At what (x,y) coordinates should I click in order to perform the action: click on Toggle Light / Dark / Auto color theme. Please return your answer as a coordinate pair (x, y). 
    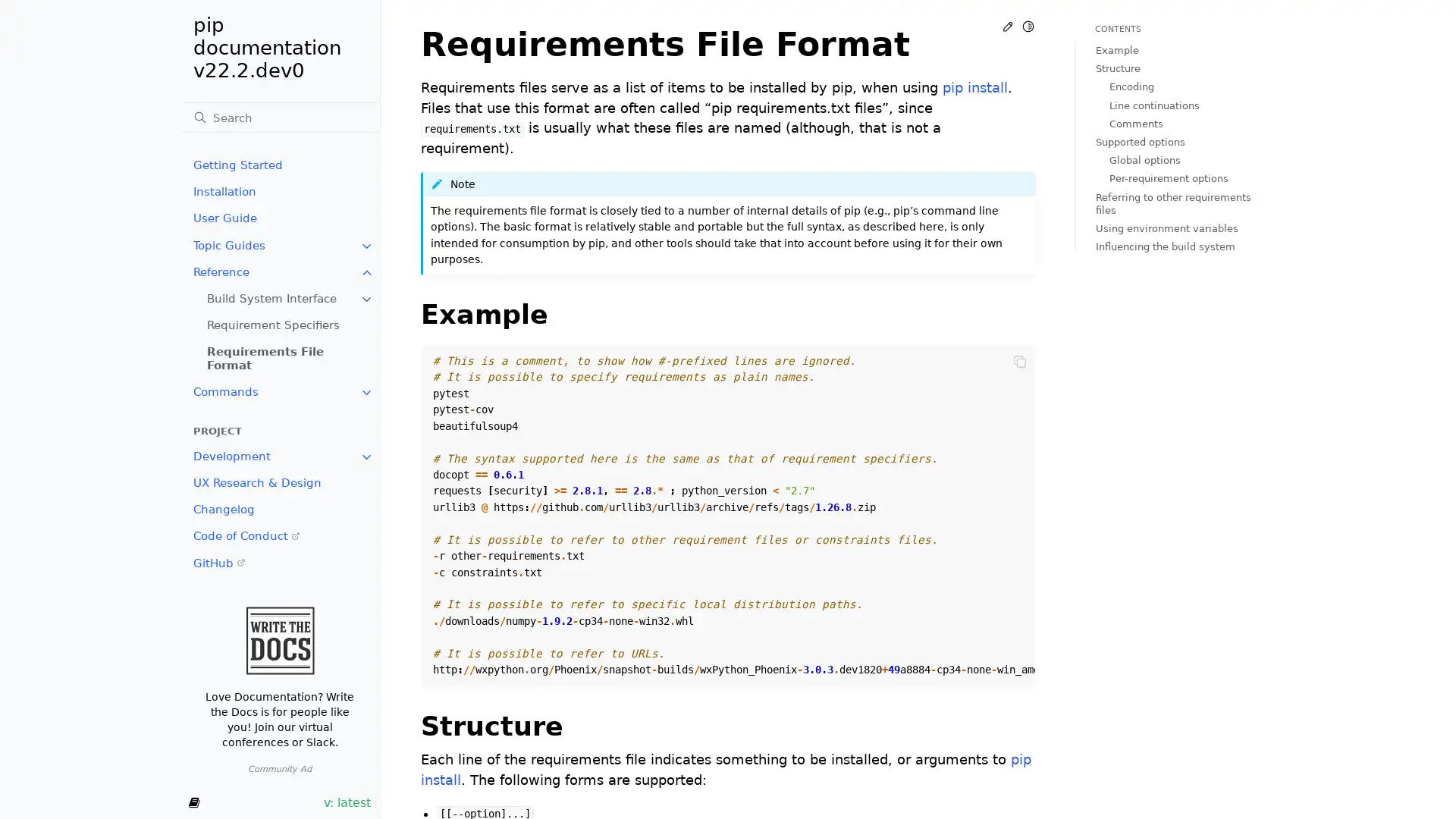
    Looking at the image, I should click on (1028, 26).